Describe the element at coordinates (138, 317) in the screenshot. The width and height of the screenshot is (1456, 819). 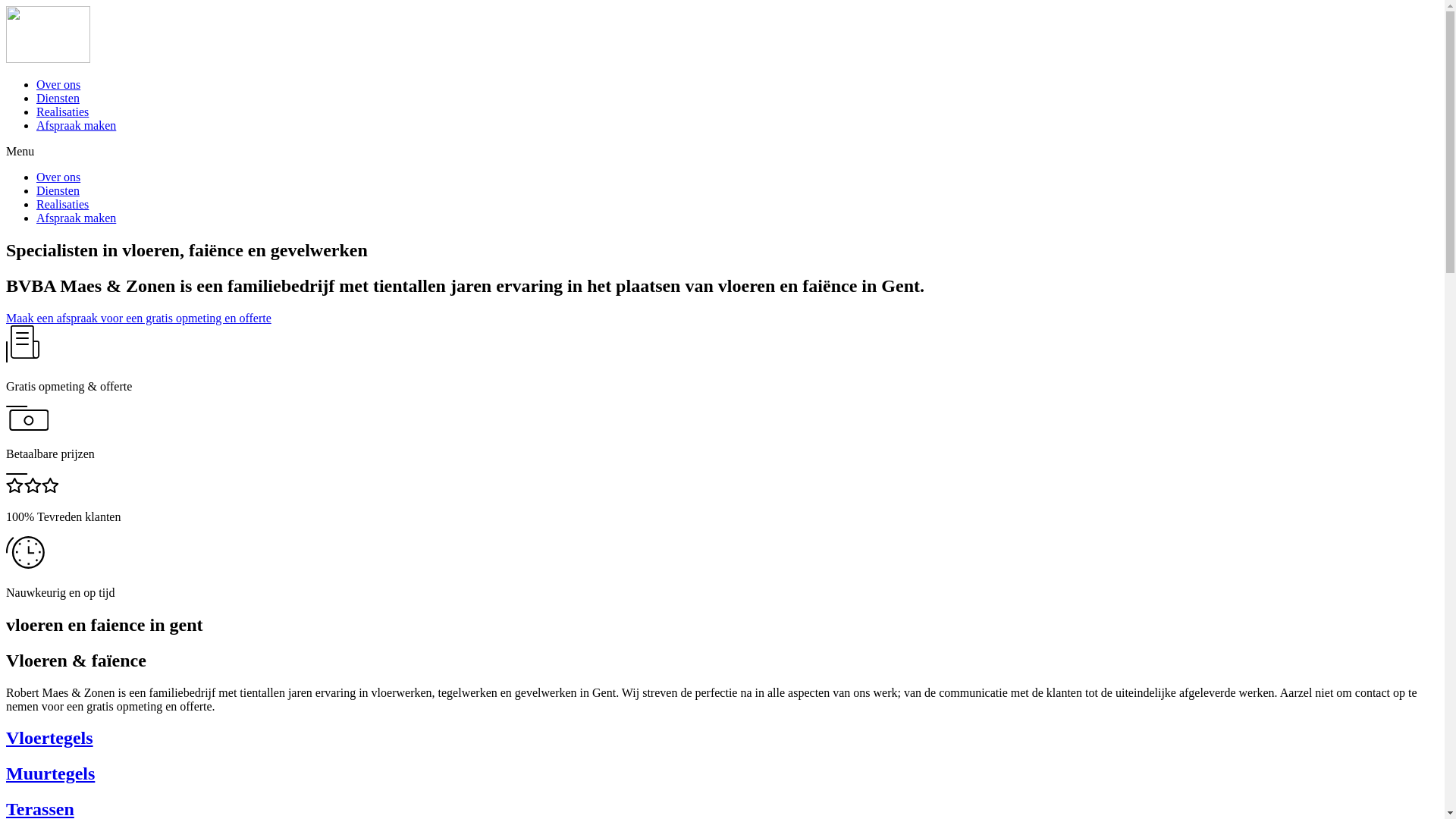
I see `'Maak een afspraak voor een gratis opmeting en offerte'` at that location.